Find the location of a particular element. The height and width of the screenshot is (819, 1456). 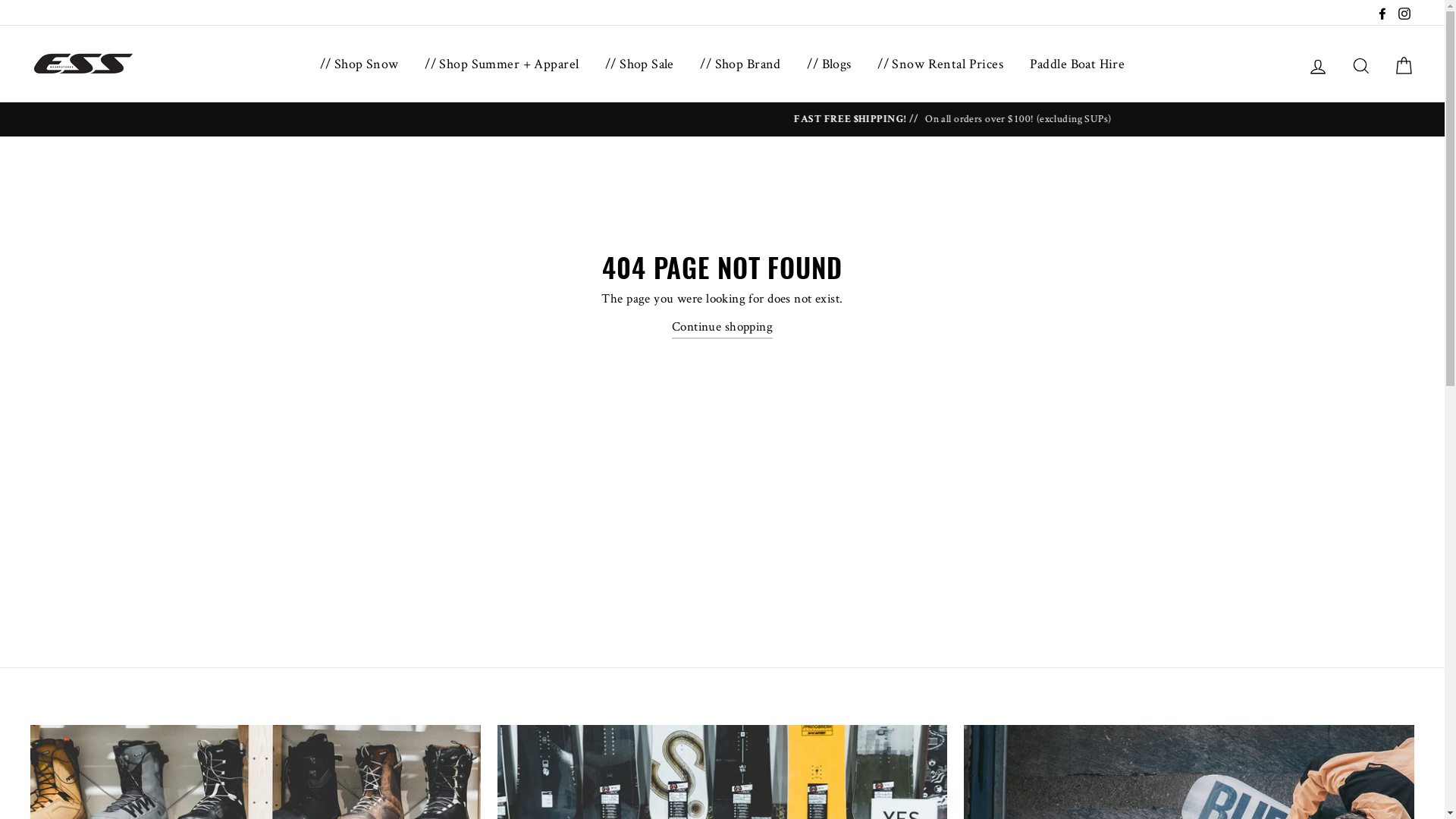

'Search' is located at coordinates (1361, 63).